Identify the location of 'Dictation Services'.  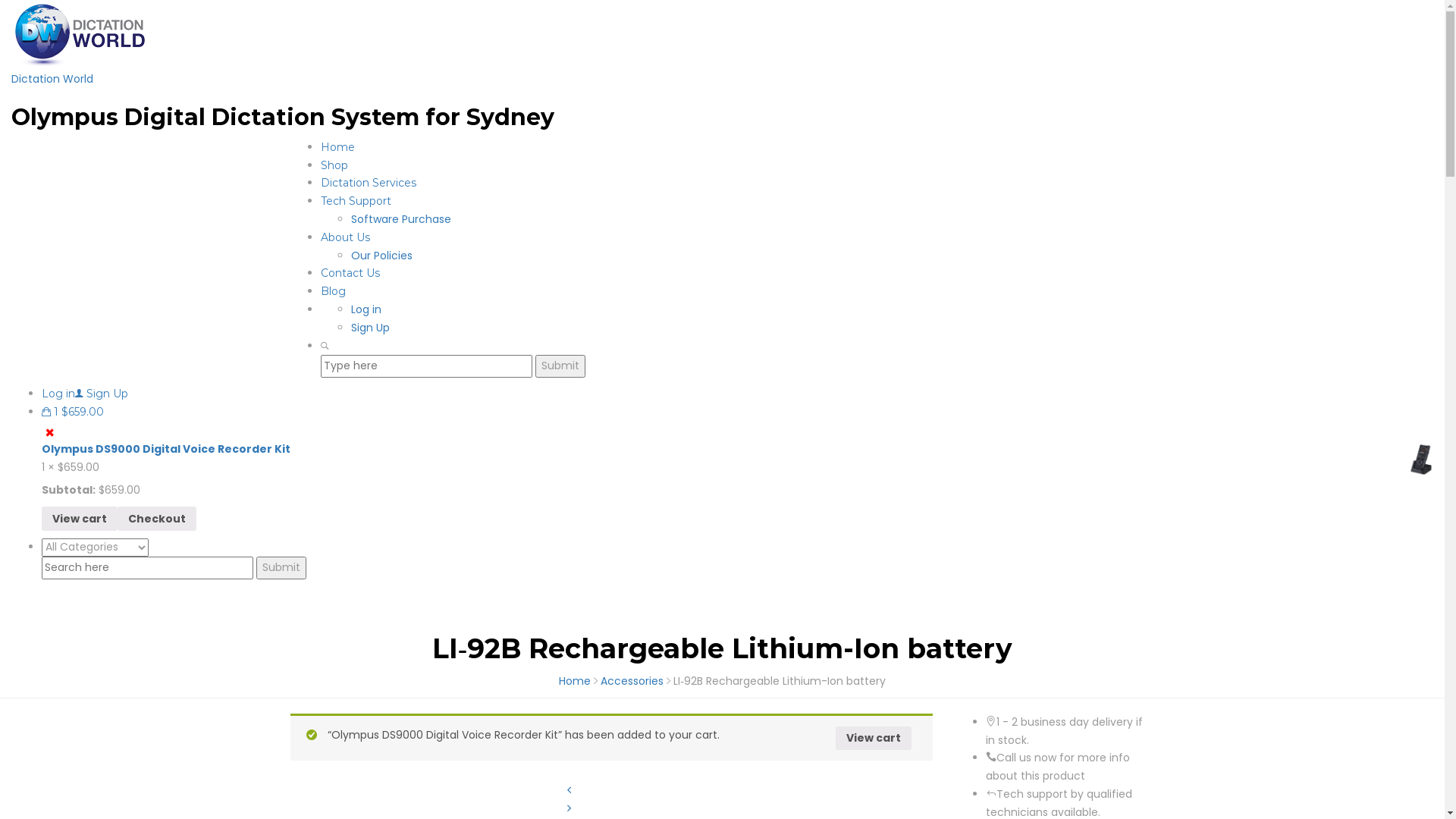
(367, 181).